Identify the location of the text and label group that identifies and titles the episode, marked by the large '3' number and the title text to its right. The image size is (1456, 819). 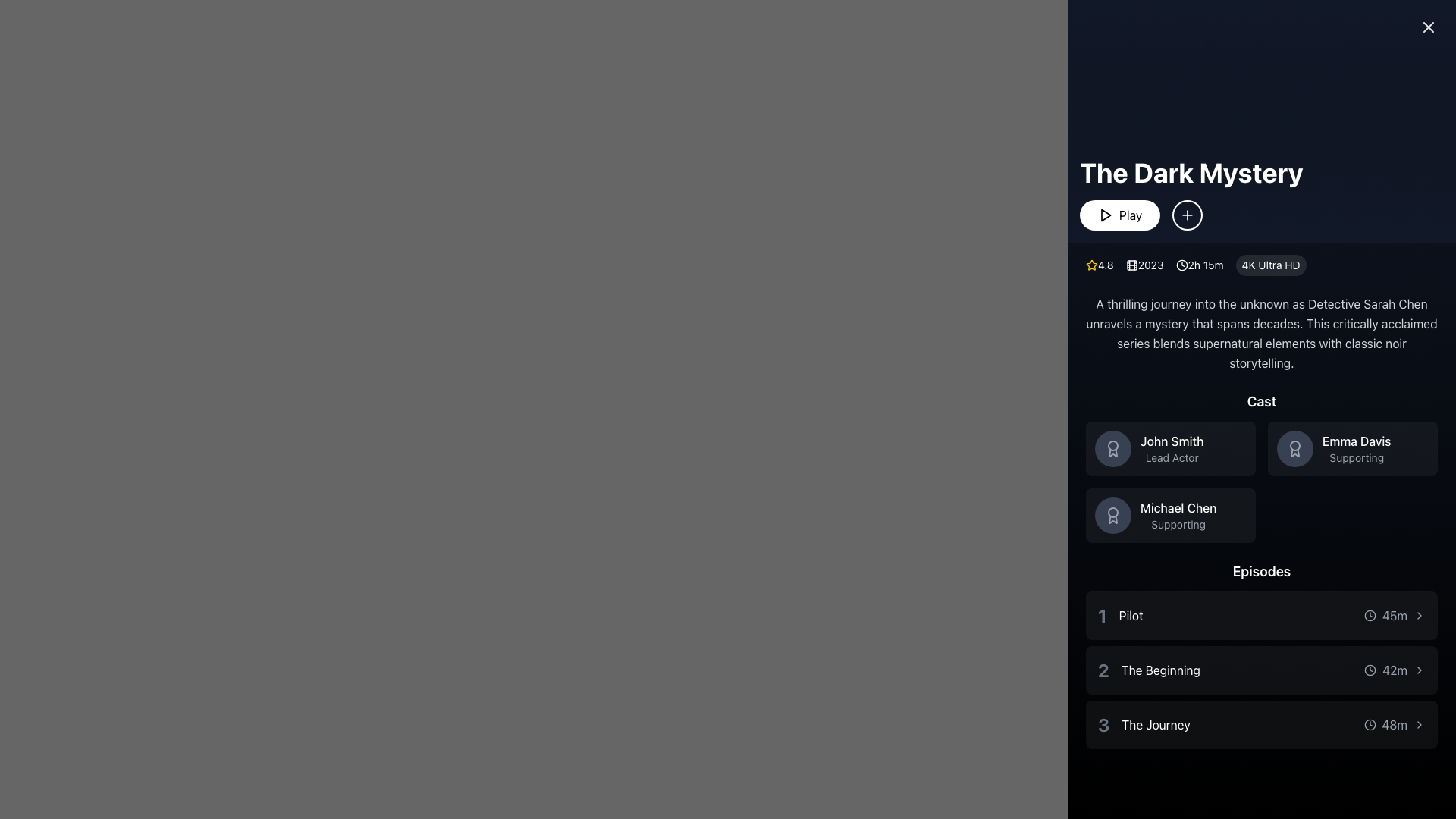
(1144, 724).